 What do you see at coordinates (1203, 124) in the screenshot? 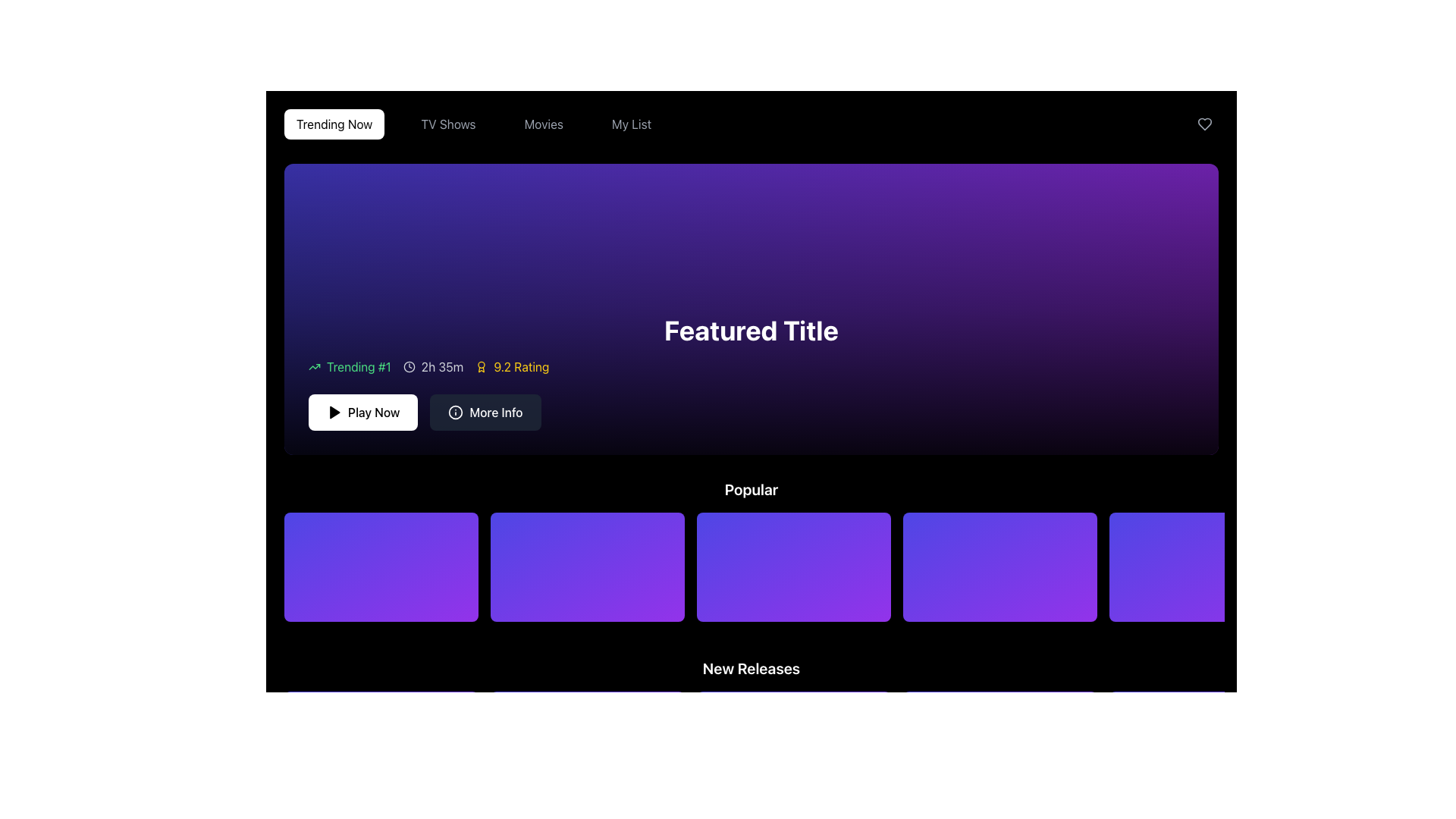
I see `the heart-shaped icon in the far-right corner of the header bar to favorite it` at bounding box center [1203, 124].